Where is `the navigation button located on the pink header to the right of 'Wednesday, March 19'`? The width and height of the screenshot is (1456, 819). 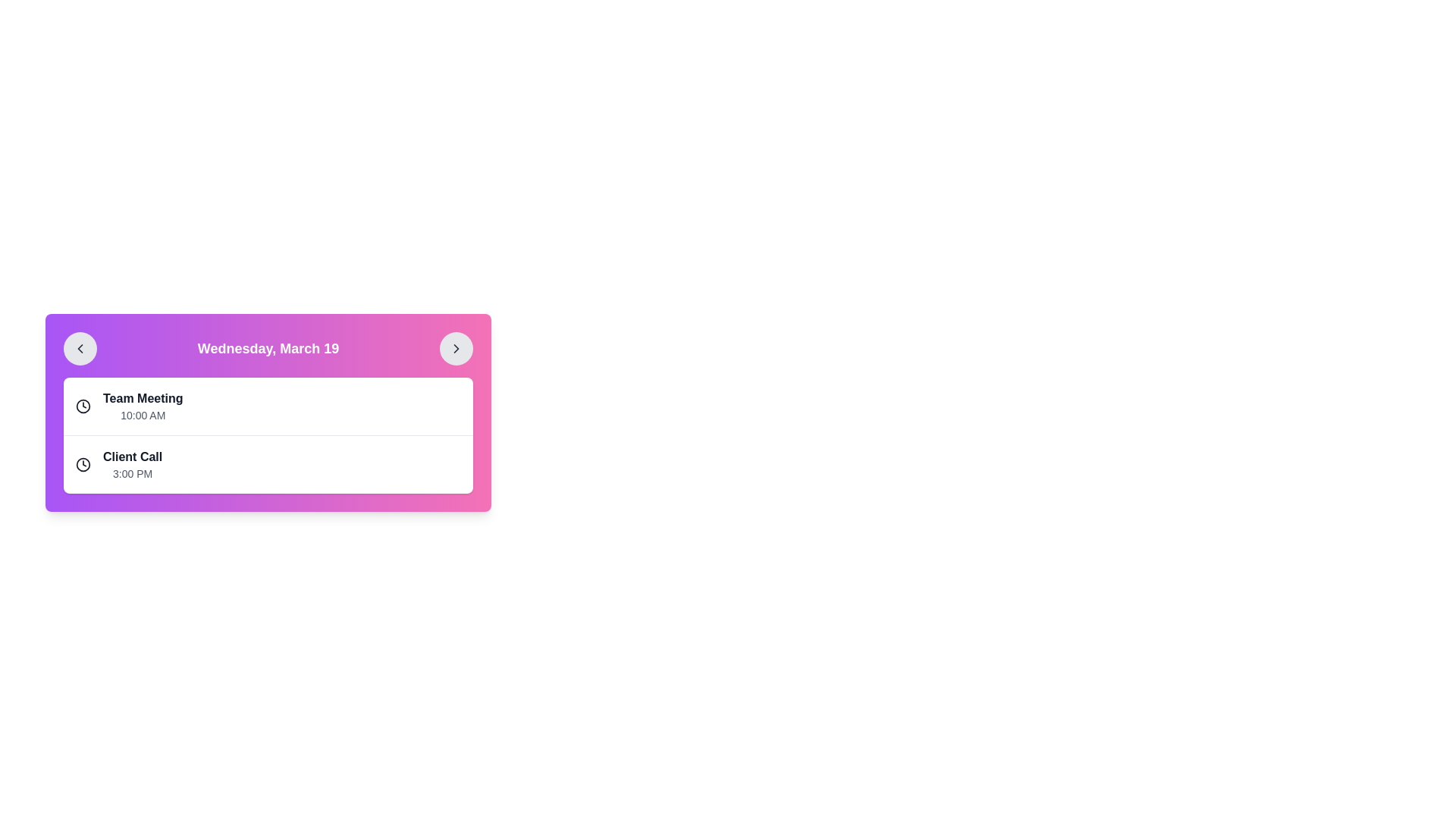 the navigation button located on the pink header to the right of 'Wednesday, March 19' is located at coordinates (455, 348).